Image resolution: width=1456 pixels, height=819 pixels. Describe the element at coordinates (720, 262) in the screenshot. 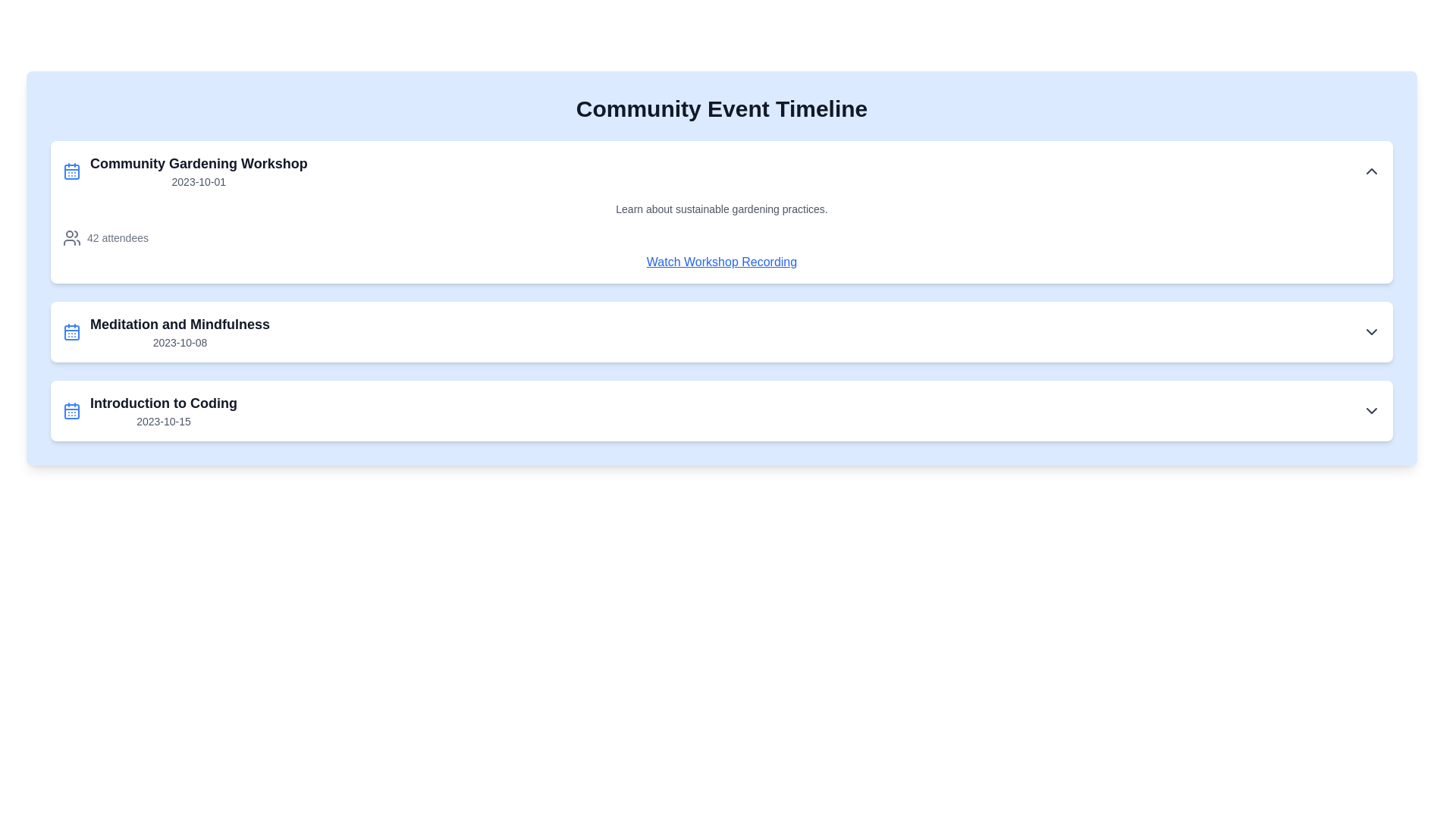

I see `the 'Watch Workshop Recording' hyperlink, which is styled with blue text and underlined, located under the 'Community Event Timeline' heading` at that location.